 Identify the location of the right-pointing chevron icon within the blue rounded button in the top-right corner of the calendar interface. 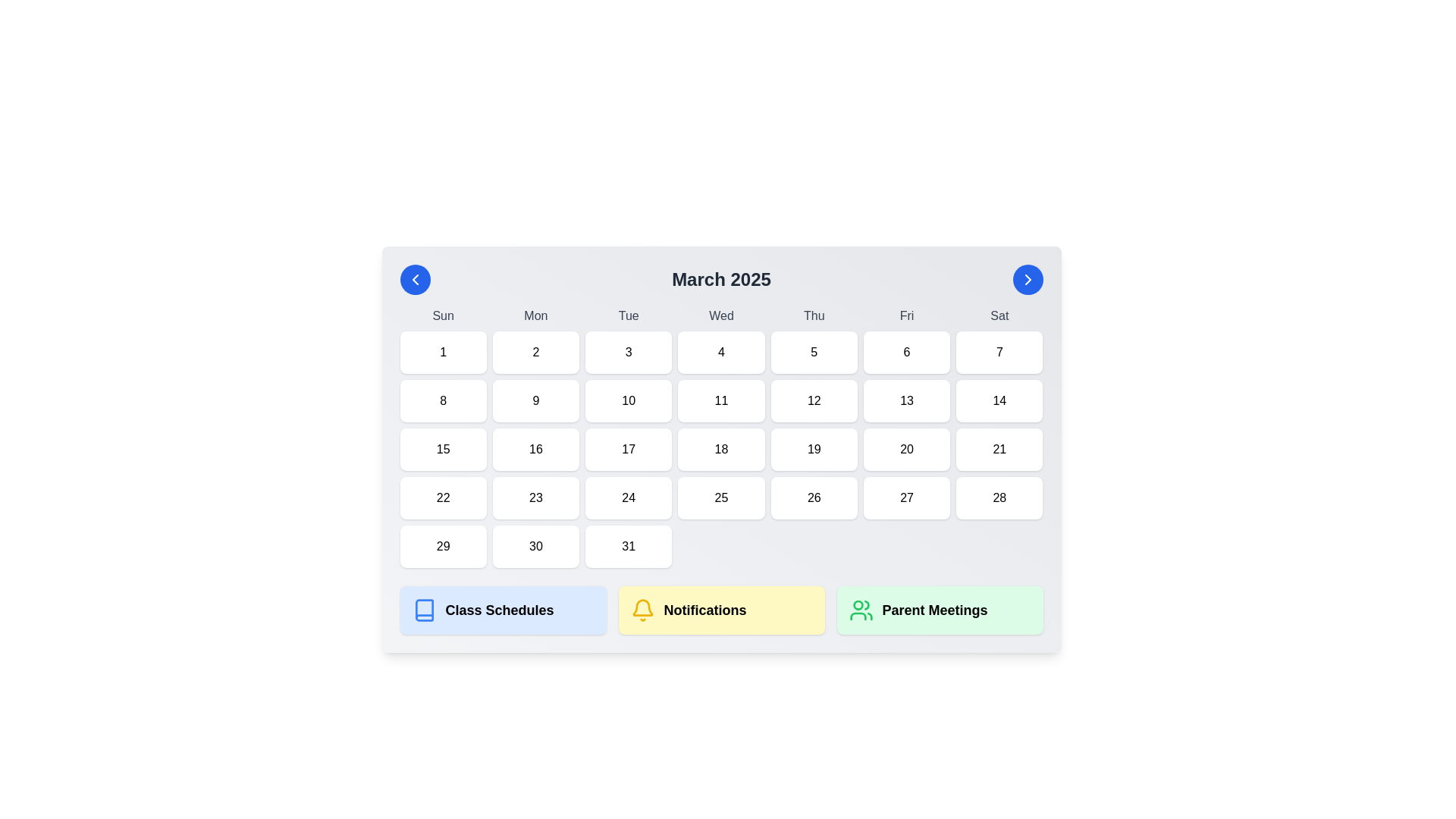
(1028, 280).